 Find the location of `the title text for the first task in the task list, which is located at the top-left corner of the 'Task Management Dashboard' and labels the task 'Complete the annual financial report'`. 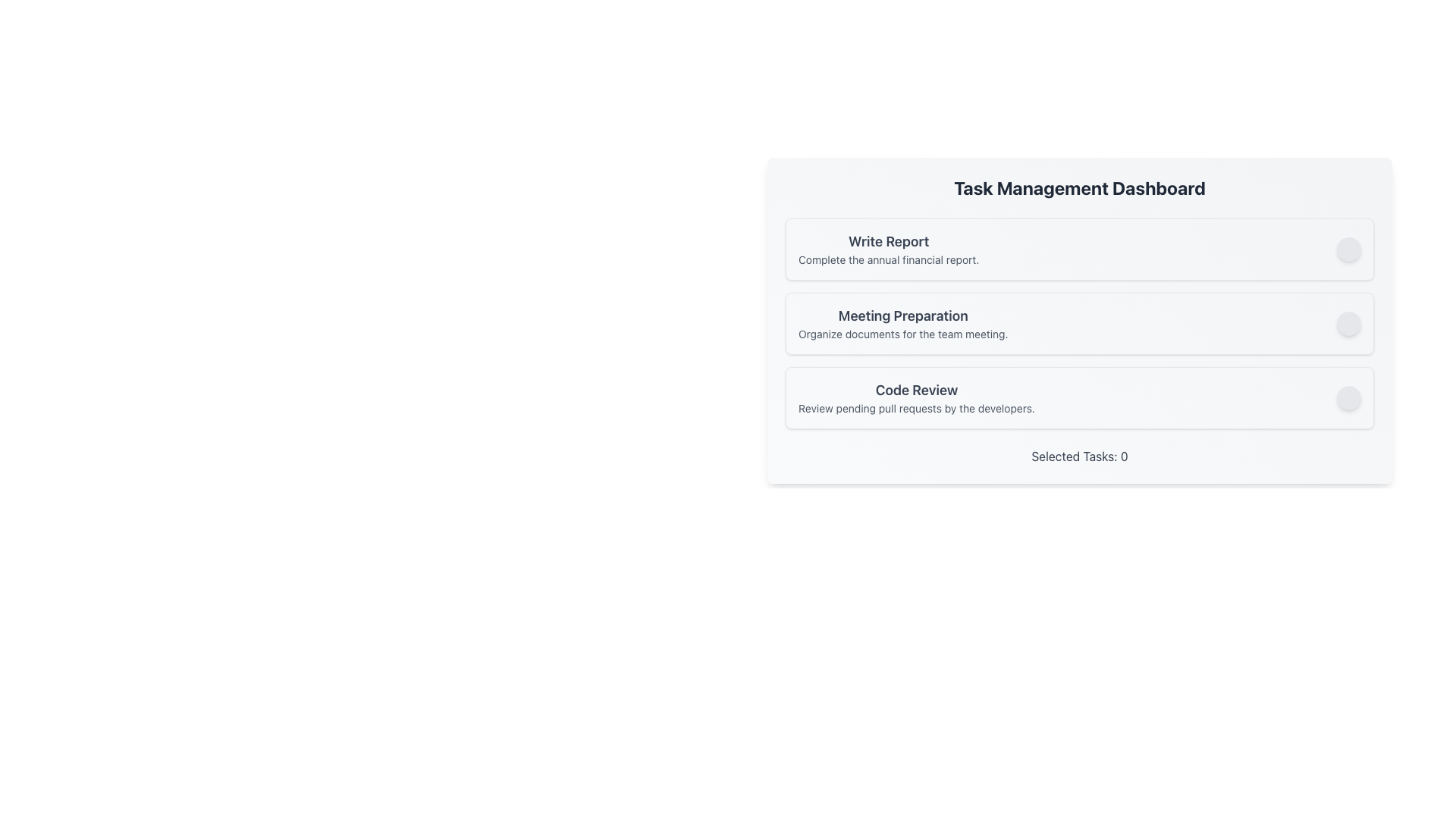

the title text for the first task in the task list, which is located at the top-left corner of the 'Task Management Dashboard' and labels the task 'Complete the annual financial report' is located at coordinates (889, 241).